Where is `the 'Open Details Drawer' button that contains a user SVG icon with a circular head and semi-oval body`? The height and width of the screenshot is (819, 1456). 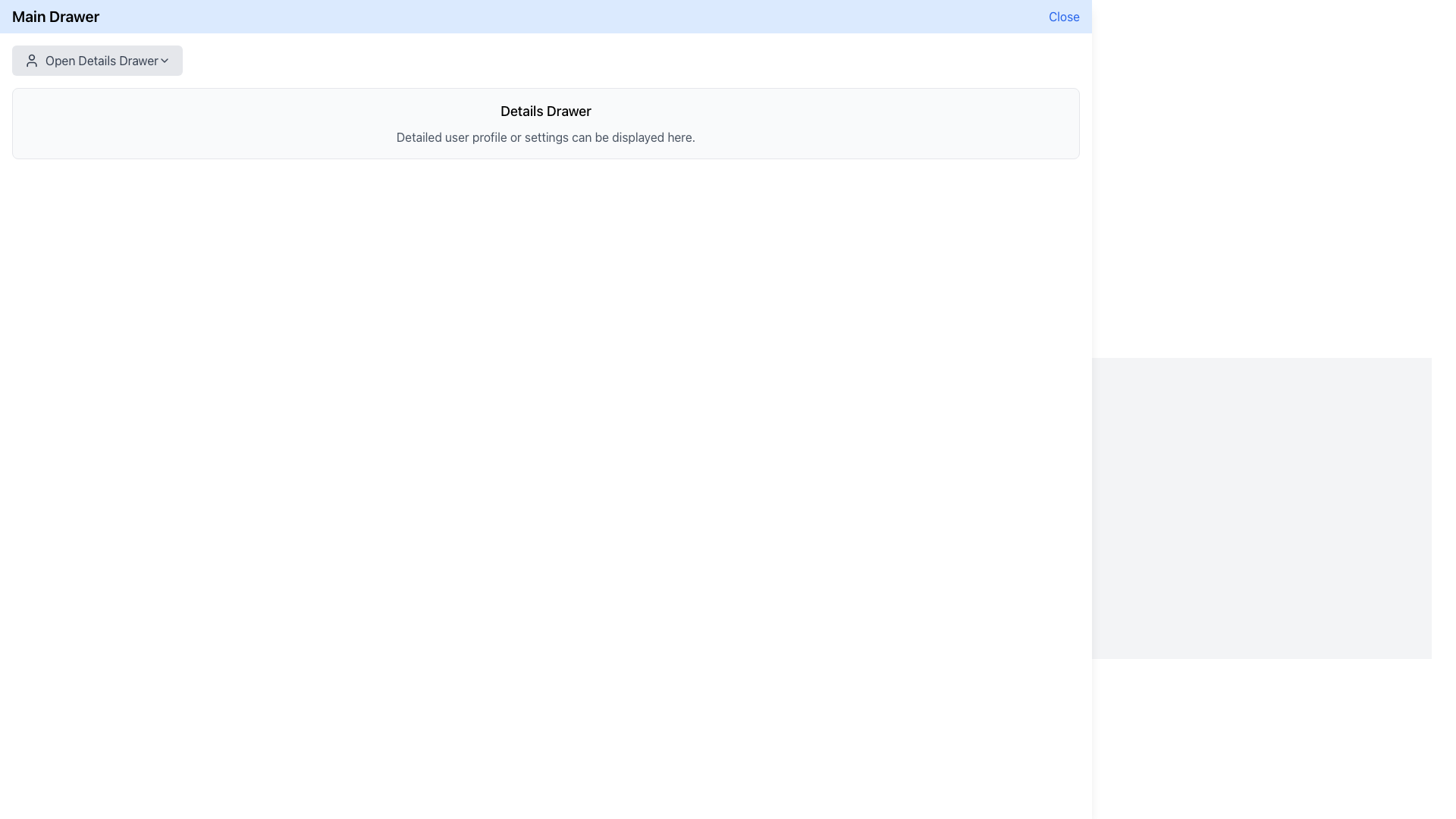 the 'Open Details Drawer' button that contains a user SVG icon with a circular head and semi-oval body is located at coordinates (32, 60).